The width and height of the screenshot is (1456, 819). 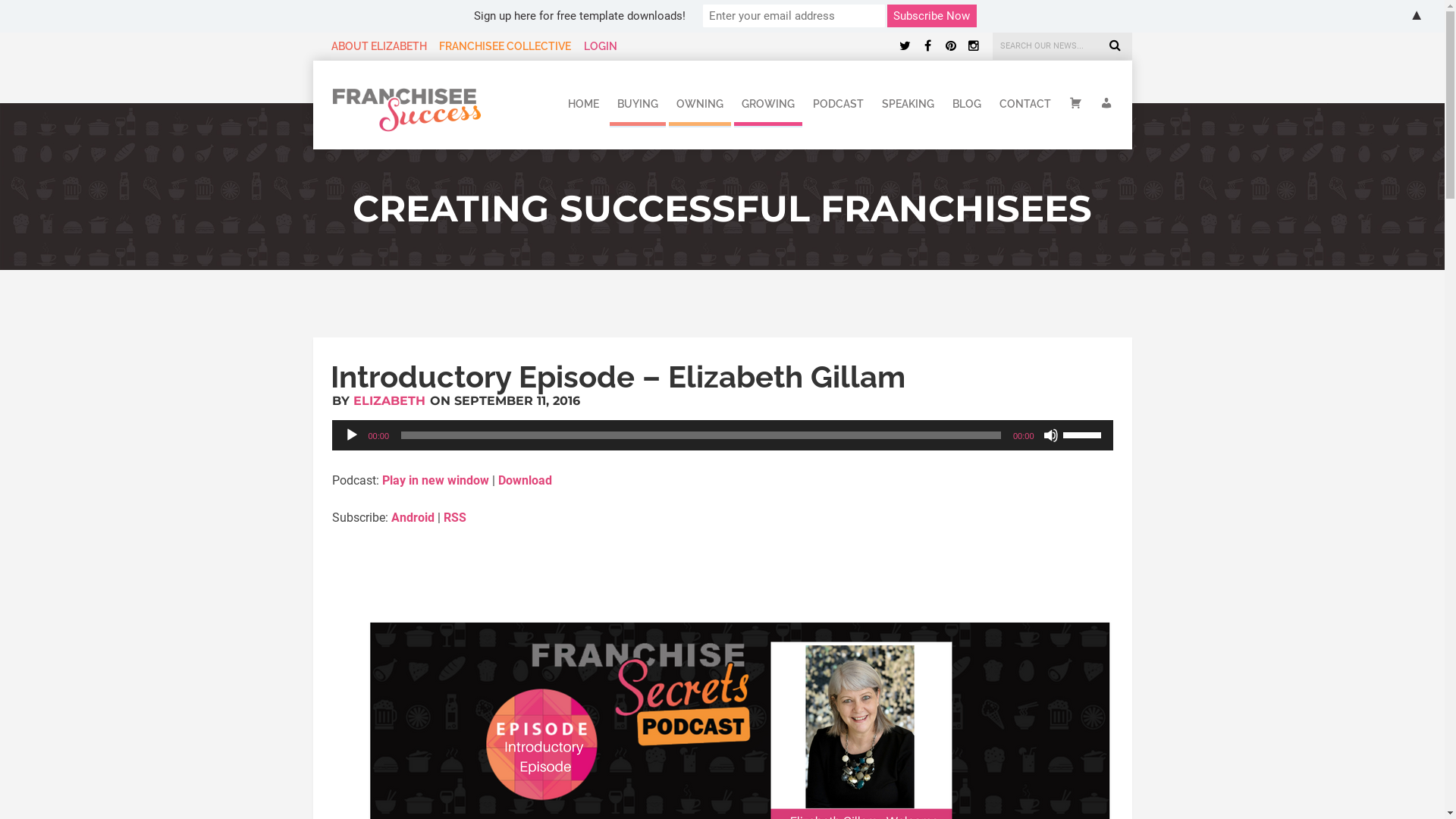 What do you see at coordinates (907, 100) in the screenshot?
I see `'SPEAKING'` at bounding box center [907, 100].